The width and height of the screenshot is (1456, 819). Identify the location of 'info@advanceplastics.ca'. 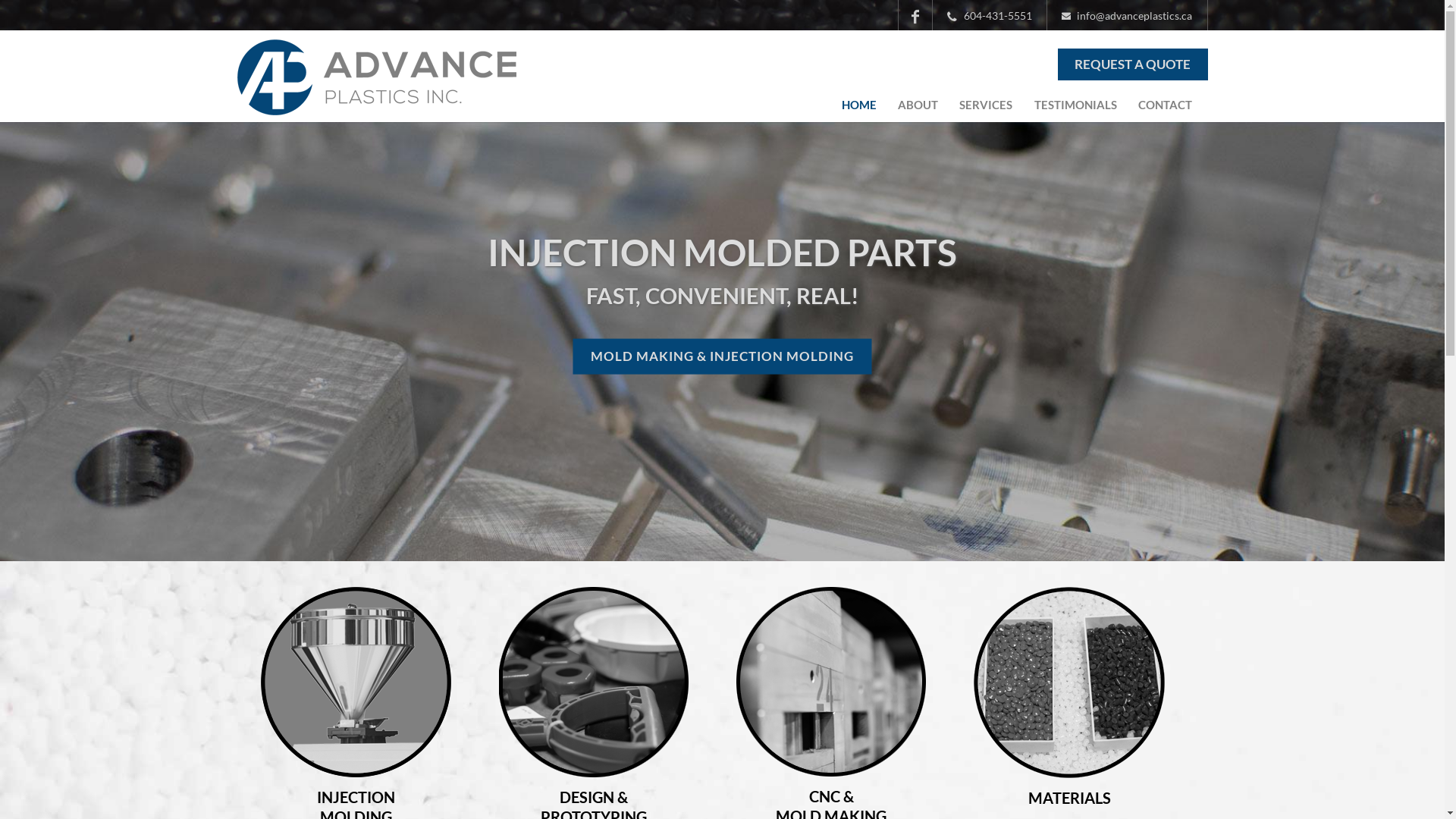
(1128, 14).